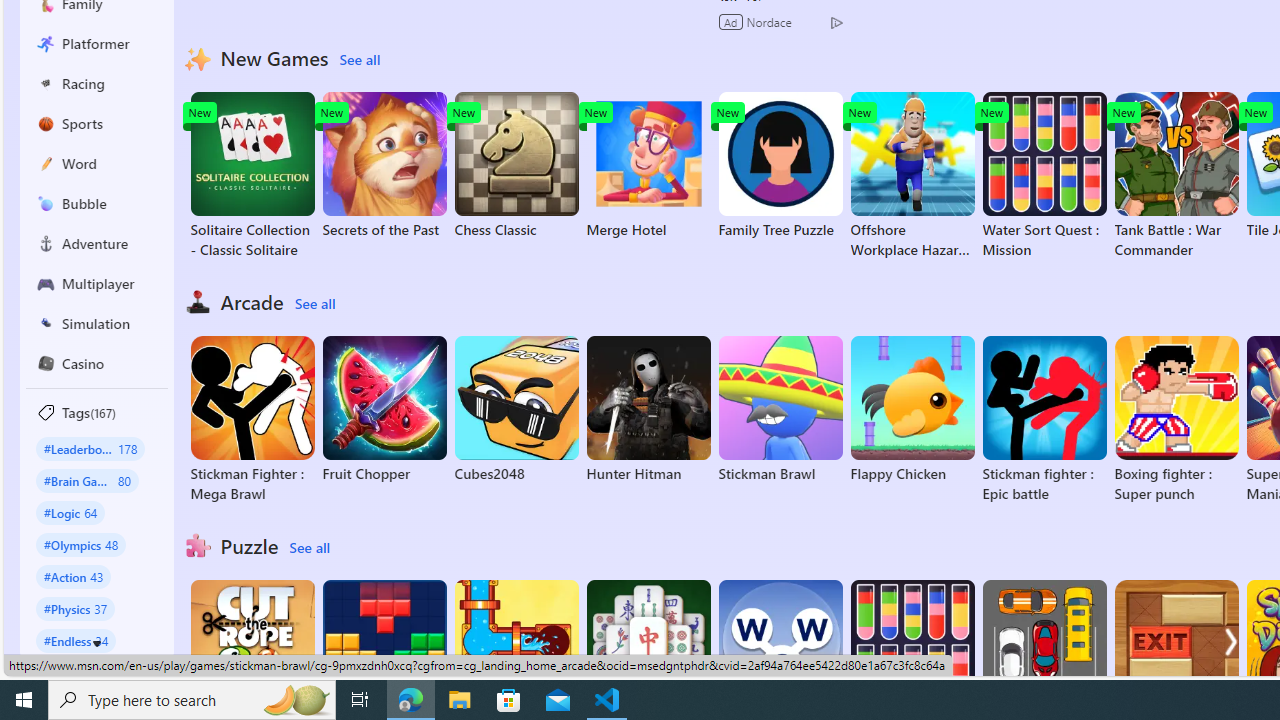 The width and height of the screenshot is (1280, 720). Describe the element at coordinates (911, 409) in the screenshot. I see `'Flappy Chicken'` at that location.